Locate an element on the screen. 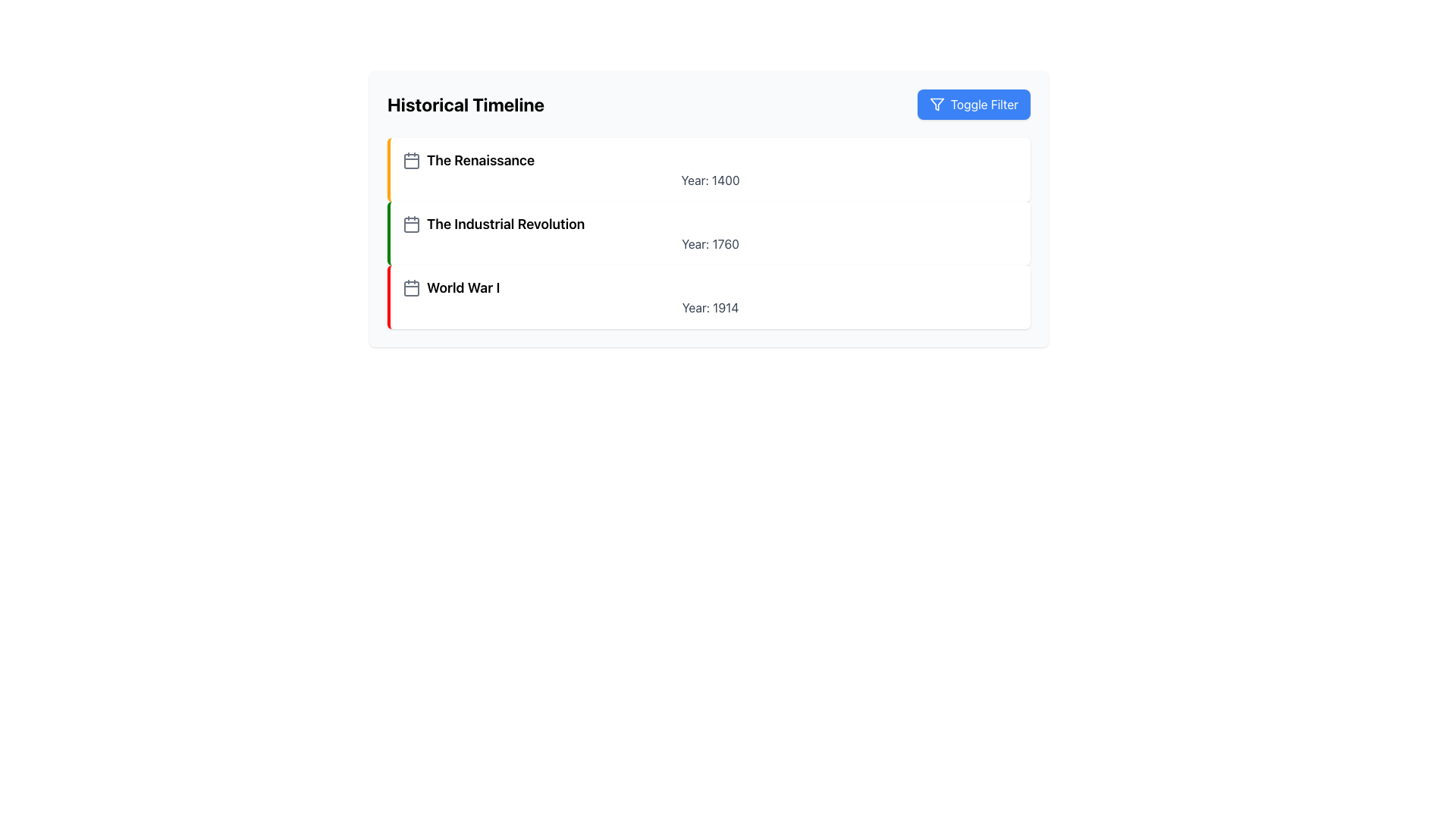 This screenshot has width=1456, height=819. the body area of the calendar icon representing 'The Industrial Revolution' in the historical timeline, which is a vector graphic component of an SVG icon is located at coordinates (411, 225).